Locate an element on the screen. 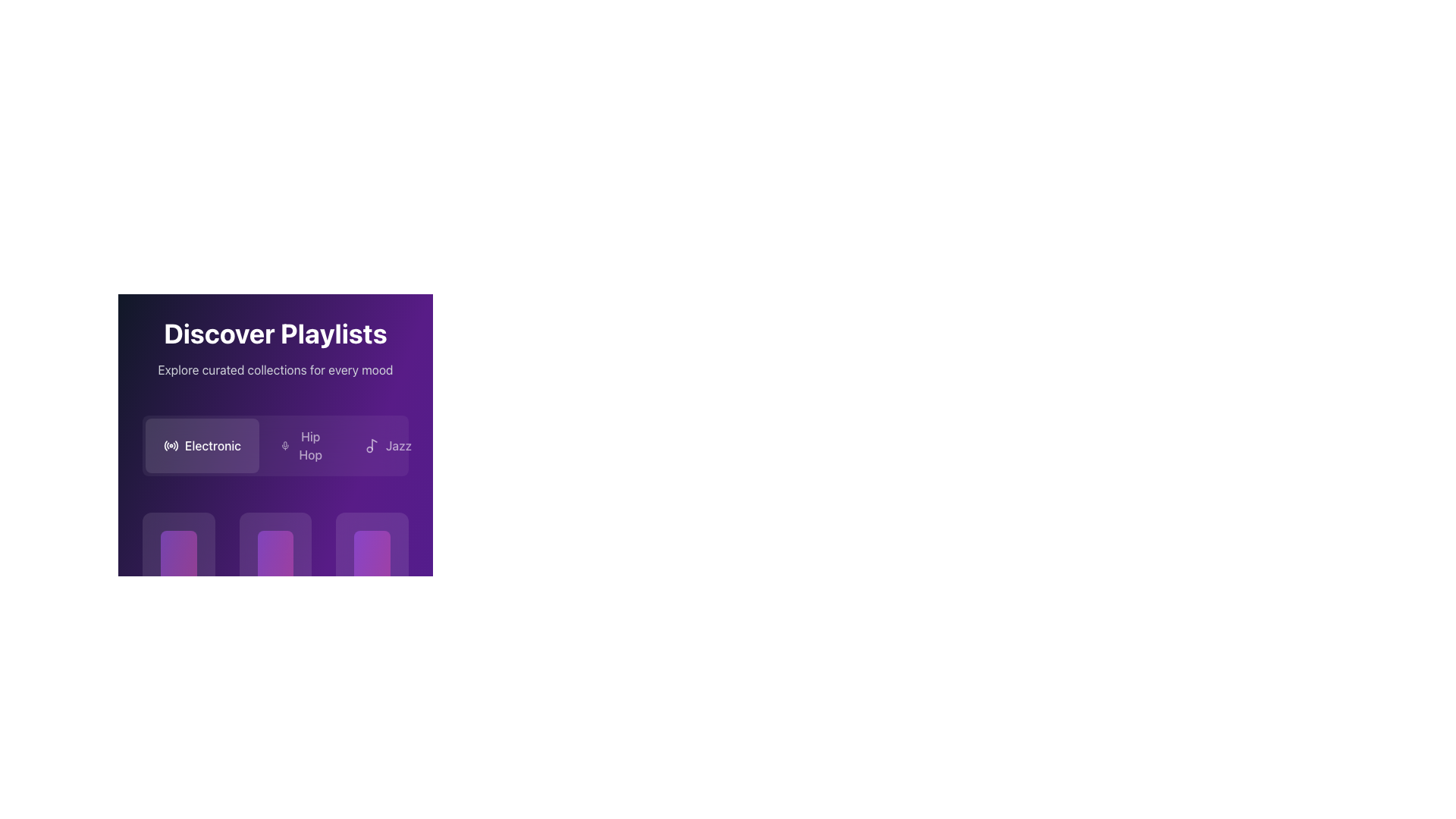  the 'Electronic' category icon located within the category button labeled 'Electronic', which is the first button in the horizontal list below the heading 'Discover Playlists' is located at coordinates (171, 444).